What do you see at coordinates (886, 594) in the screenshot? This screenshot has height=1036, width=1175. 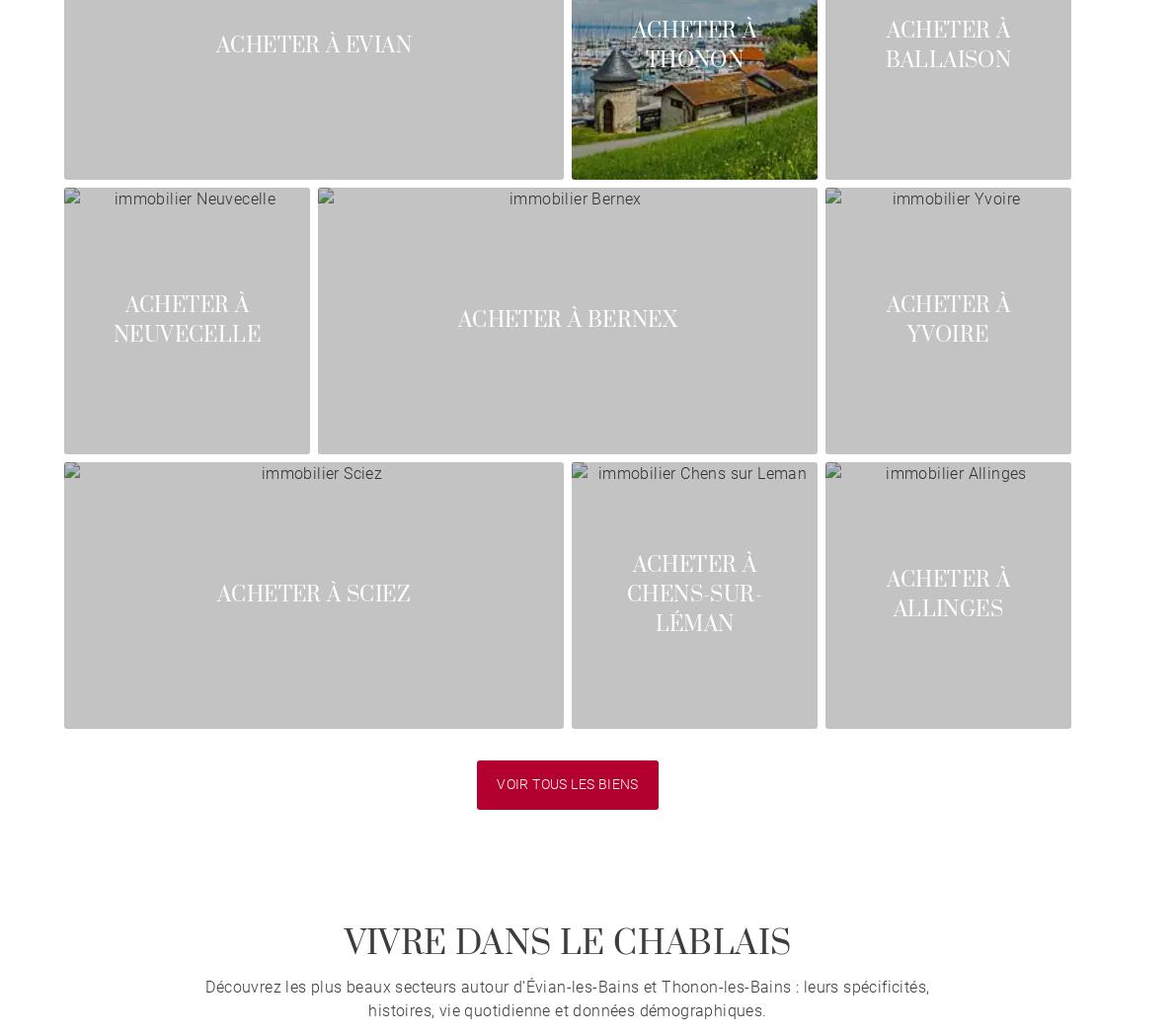 I see `'Acheter à Allinges'` at bounding box center [886, 594].